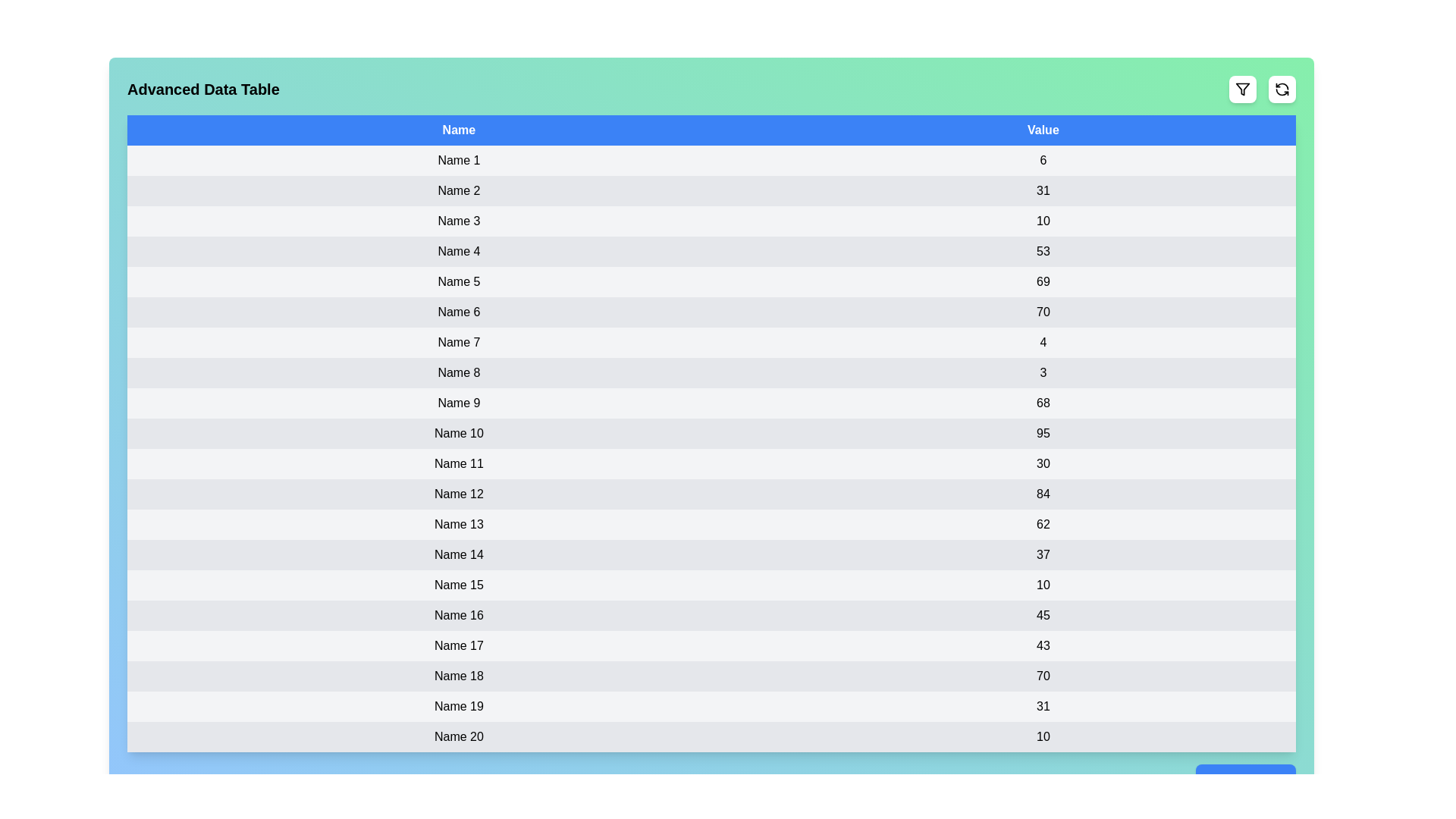  I want to click on the column header 'Name' to sort the table by that column, so click(458, 130).